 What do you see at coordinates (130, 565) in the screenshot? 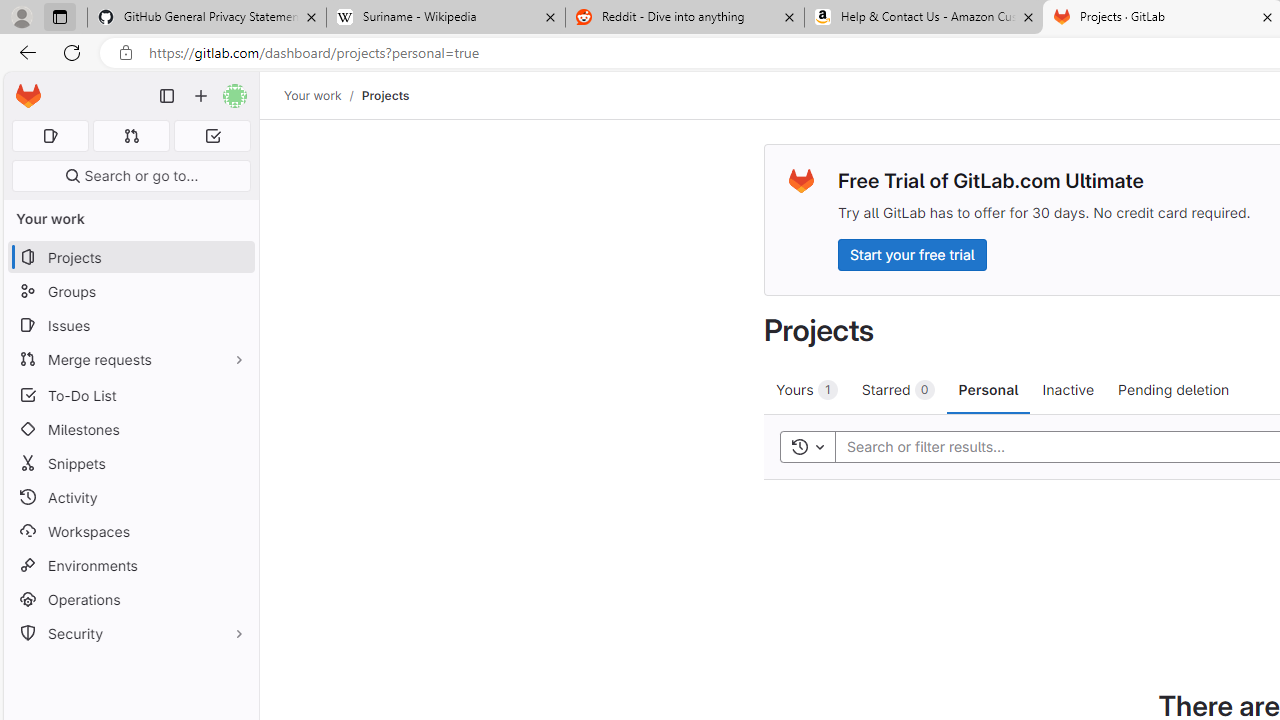
I see `'Environments'` at bounding box center [130, 565].